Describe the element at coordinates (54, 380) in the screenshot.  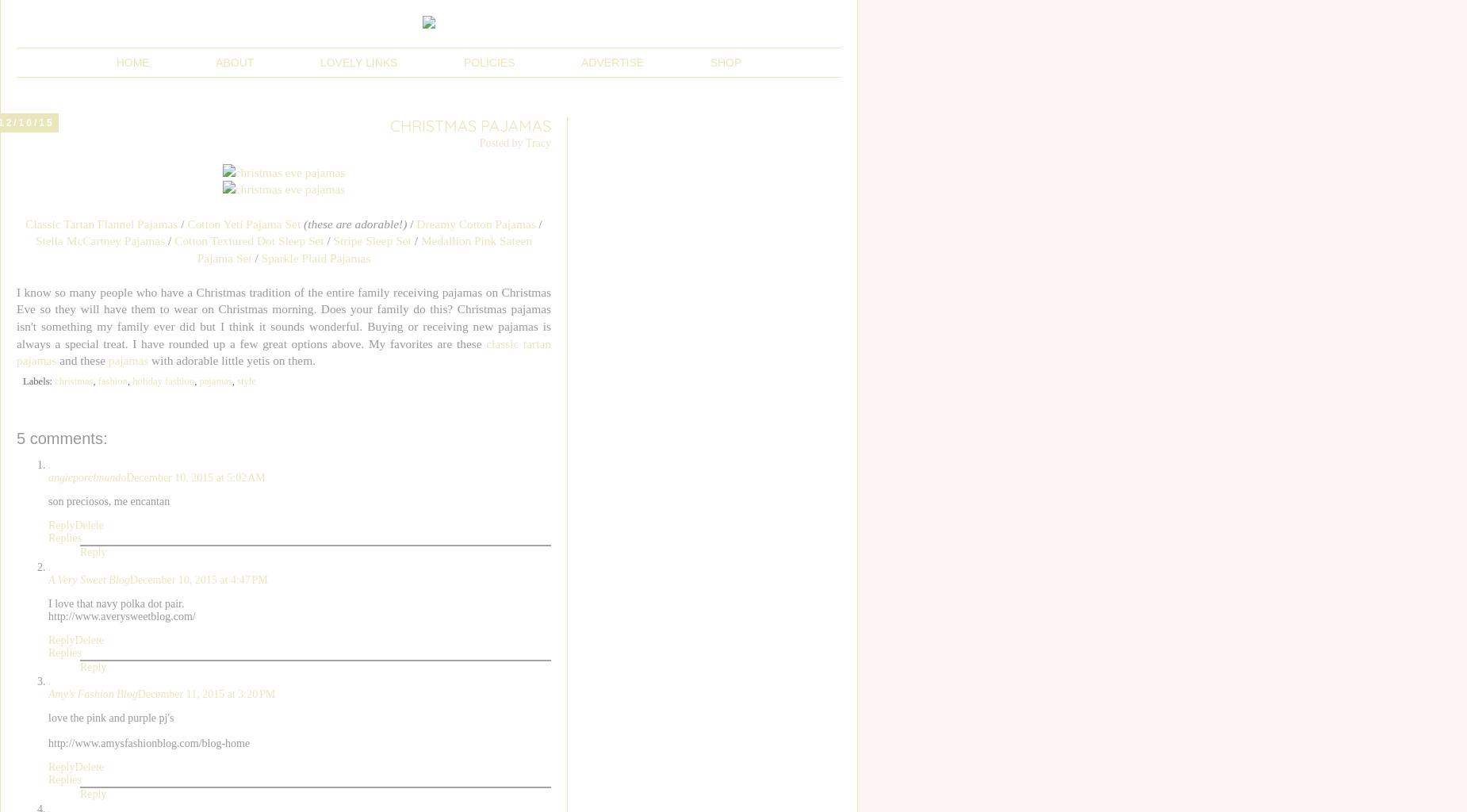
I see `'christmas'` at that location.